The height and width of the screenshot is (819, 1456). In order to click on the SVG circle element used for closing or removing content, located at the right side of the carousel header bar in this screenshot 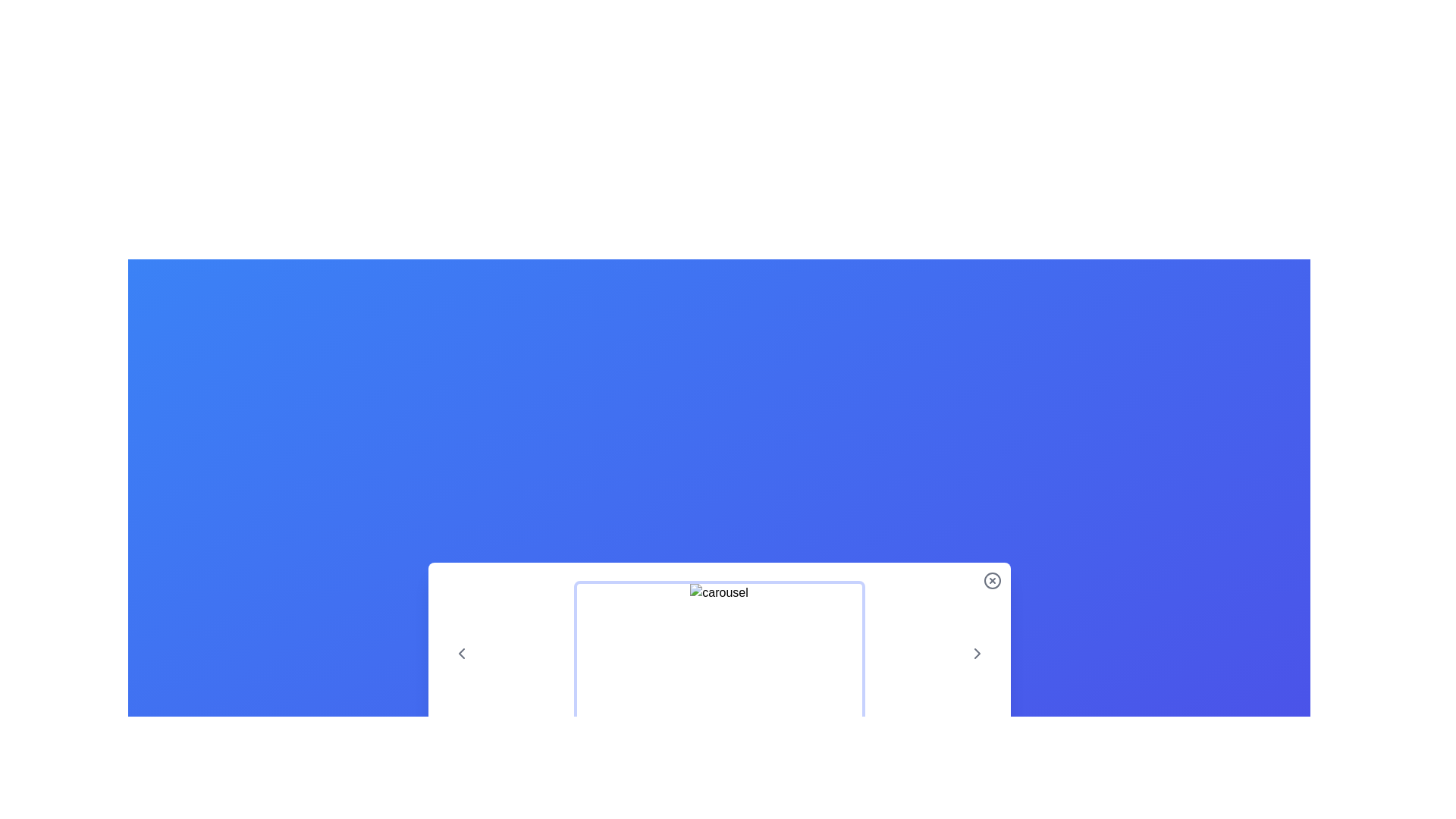, I will do `click(992, 580)`.